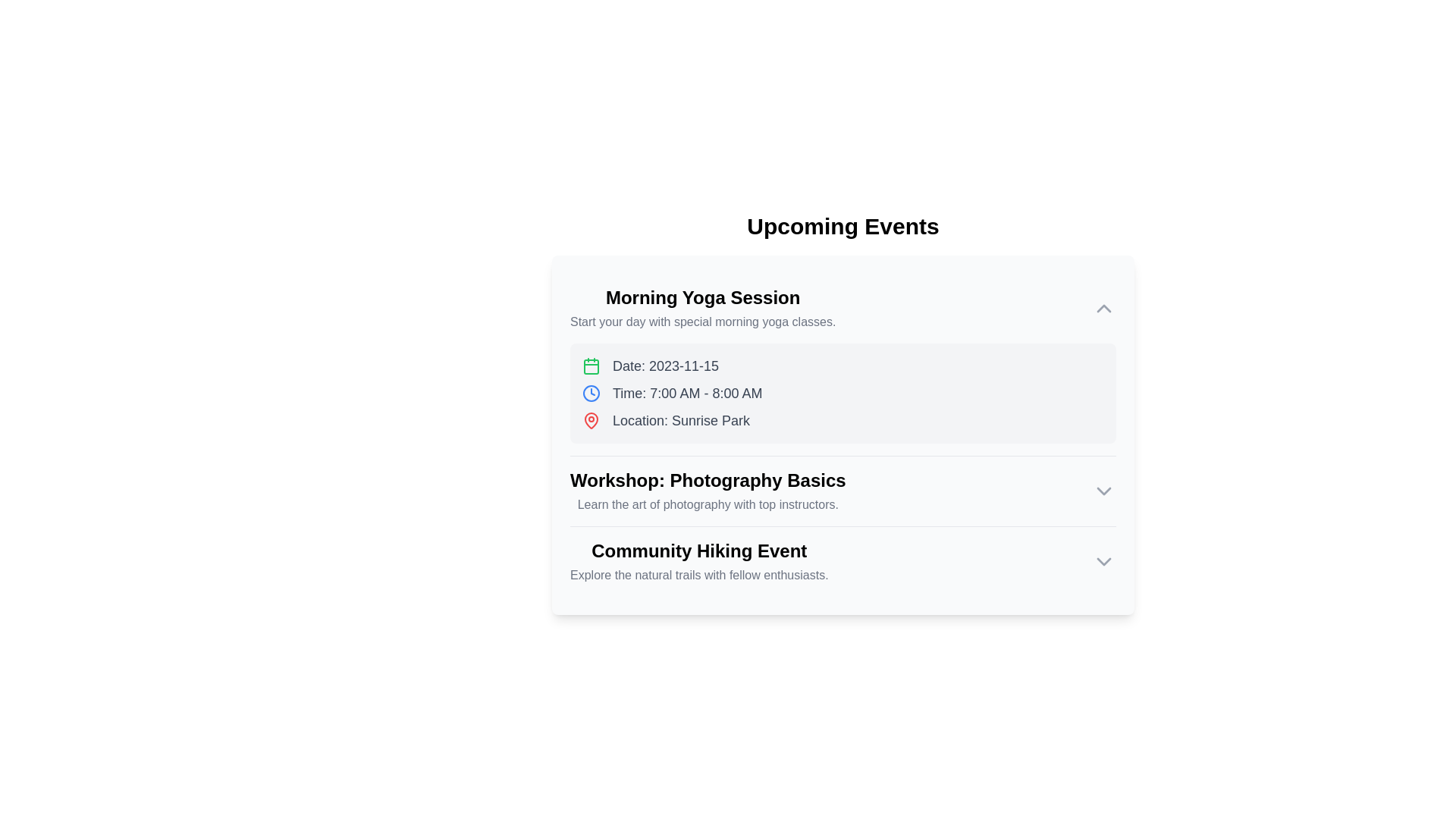 Image resolution: width=1456 pixels, height=819 pixels. Describe the element at coordinates (1103, 308) in the screenshot. I see `the upward-pointing gray chevron icon located in the top-right corner of the 'Morning Yoga Session' event card` at that location.